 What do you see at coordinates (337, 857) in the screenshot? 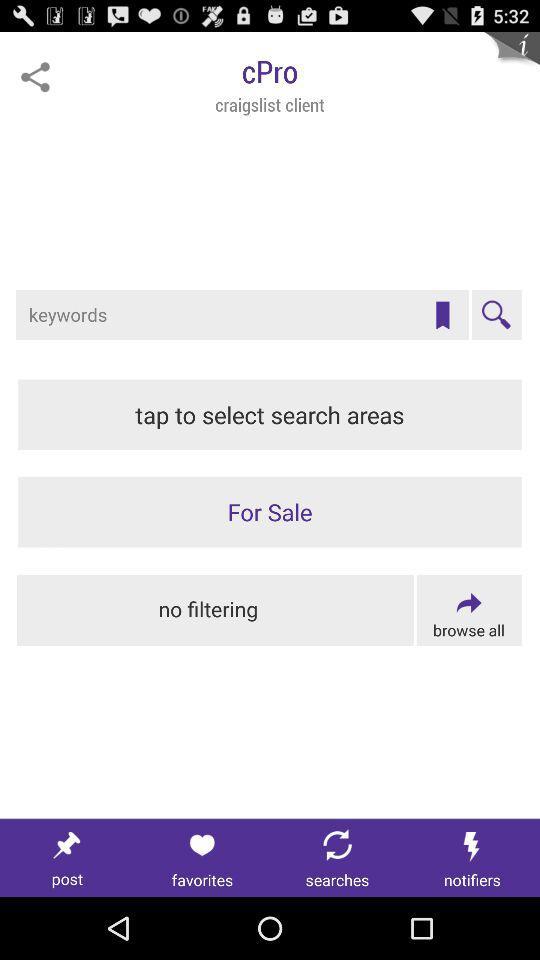
I see `refresh search` at bounding box center [337, 857].